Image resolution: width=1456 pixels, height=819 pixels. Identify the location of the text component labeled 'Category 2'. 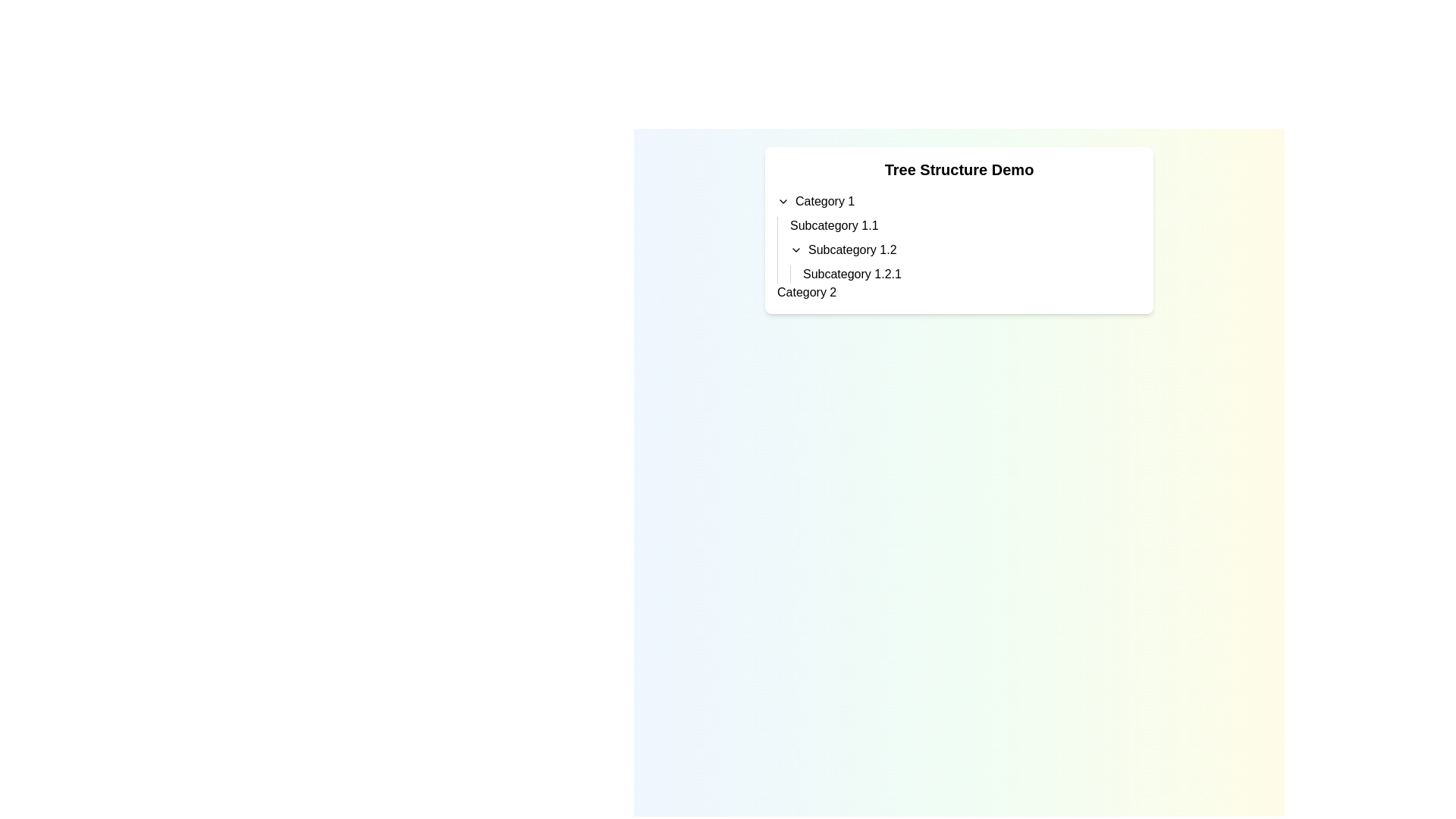
(806, 292).